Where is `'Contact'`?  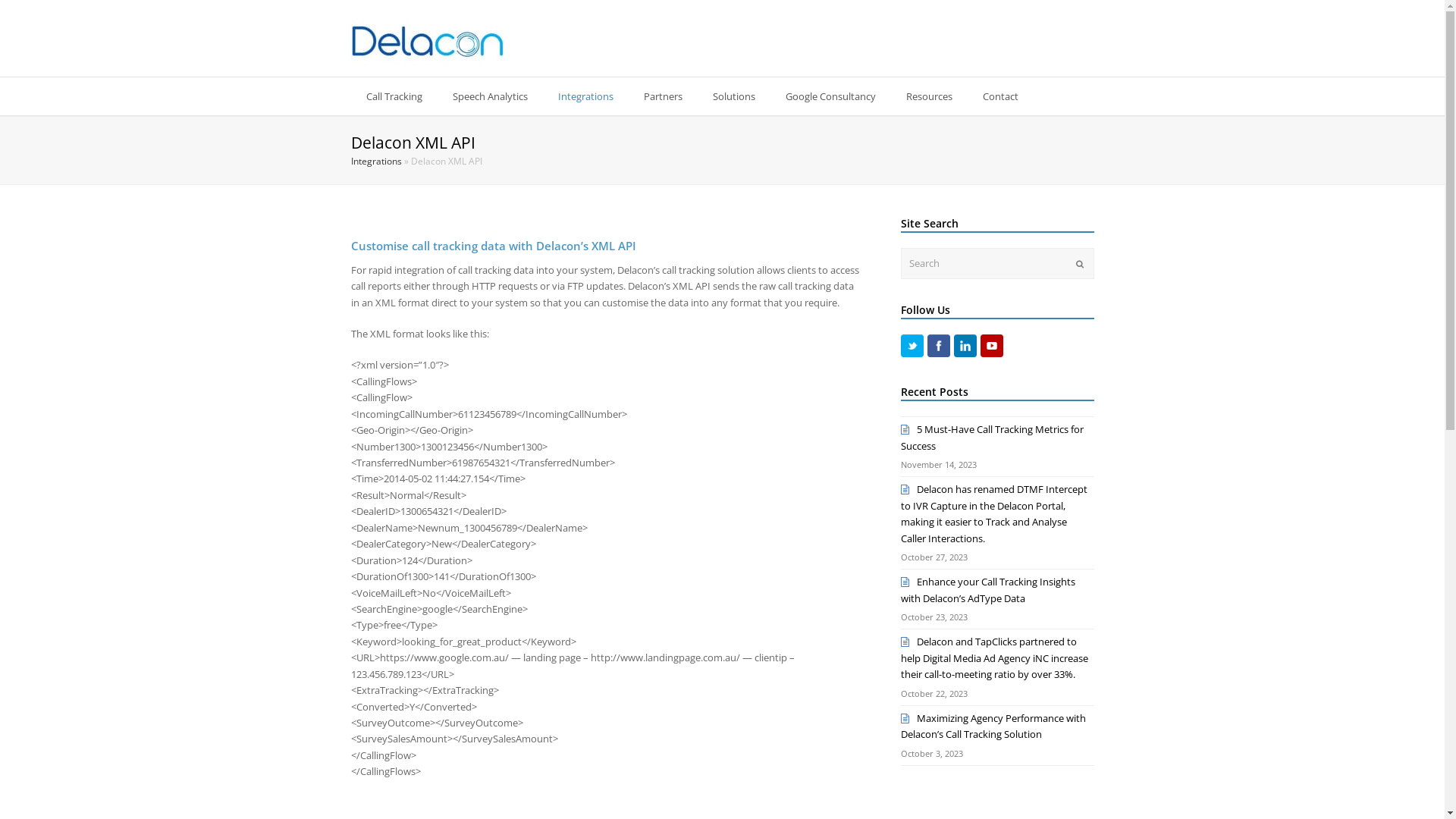 'Contact' is located at coordinates (1000, 96).